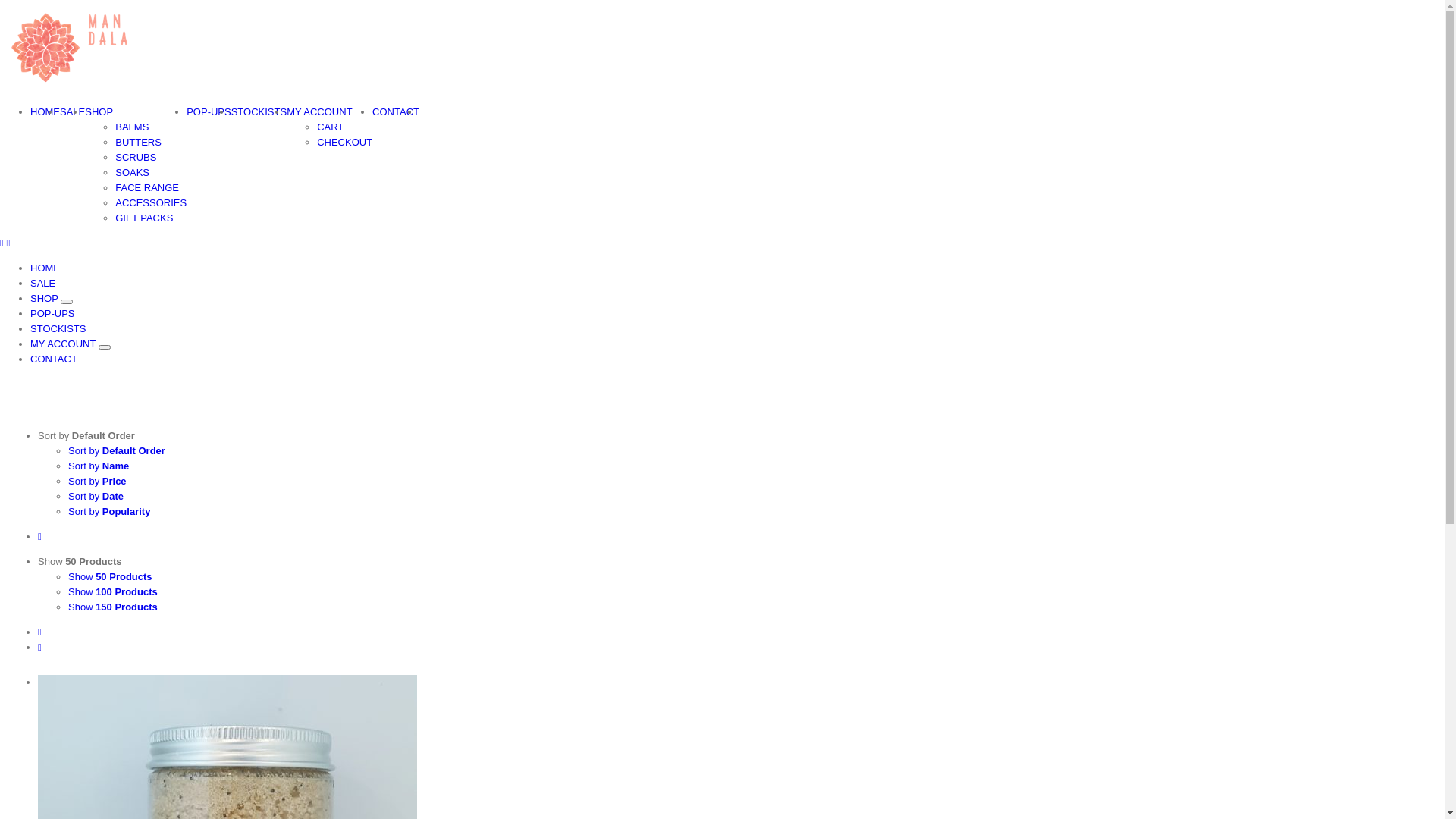 The height and width of the screenshot is (819, 1456). What do you see at coordinates (138, 142) in the screenshot?
I see `'BUTTERS'` at bounding box center [138, 142].